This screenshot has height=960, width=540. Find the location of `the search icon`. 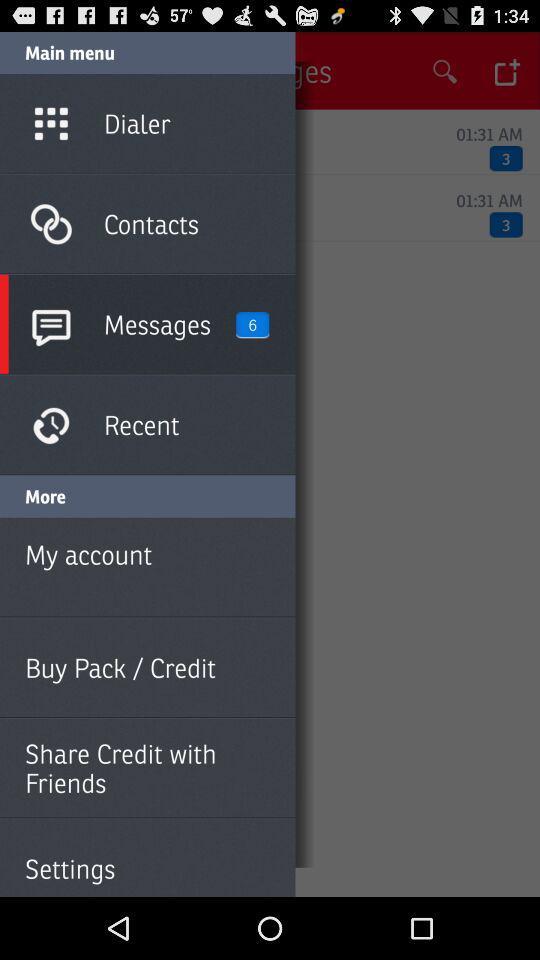

the search icon is located at coordinates (445, 76).